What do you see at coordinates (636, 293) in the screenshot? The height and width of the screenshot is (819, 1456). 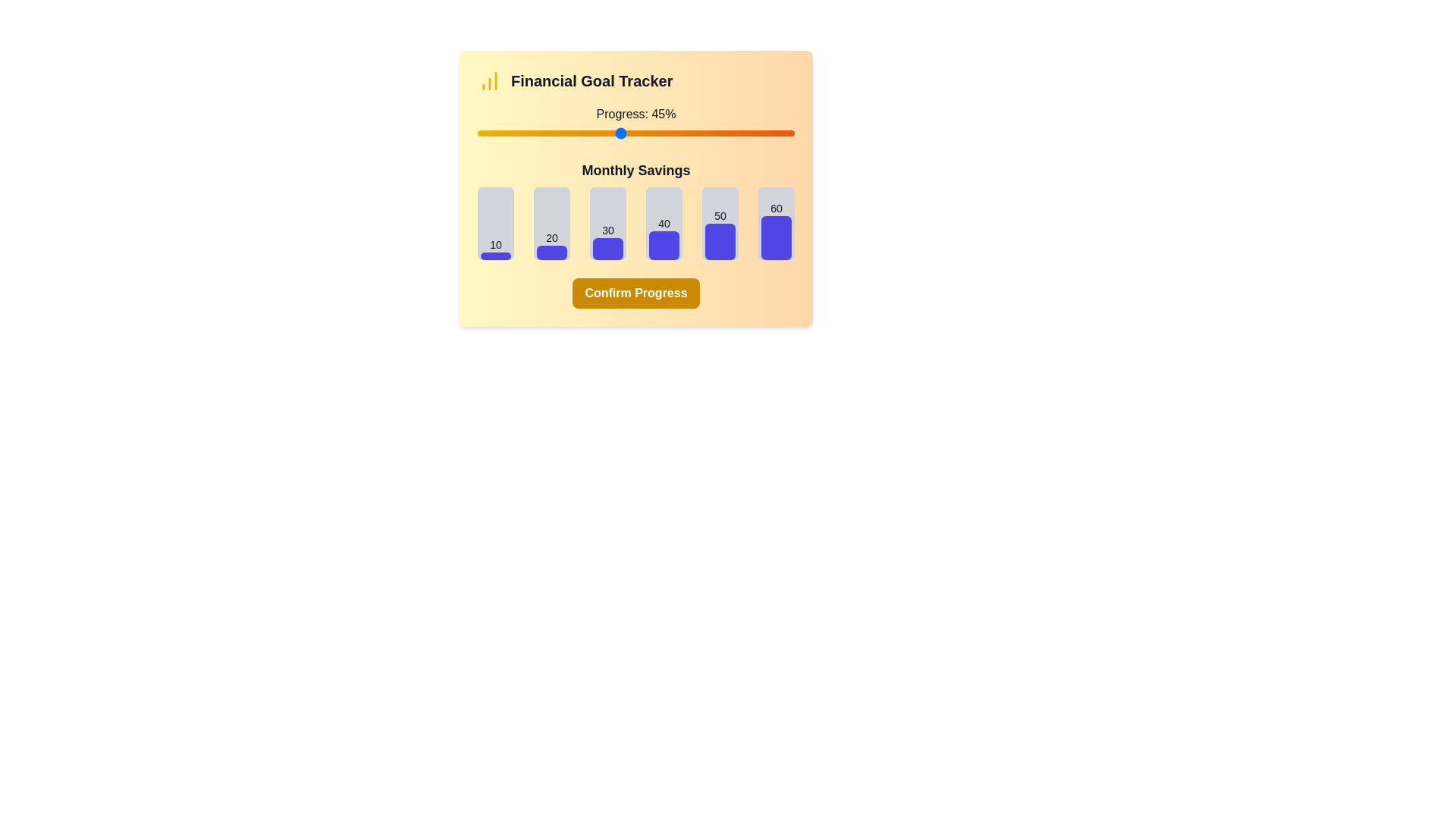 I see `'Confirm Progress' button to confirm the current progress` at bounding box center [636, 293].